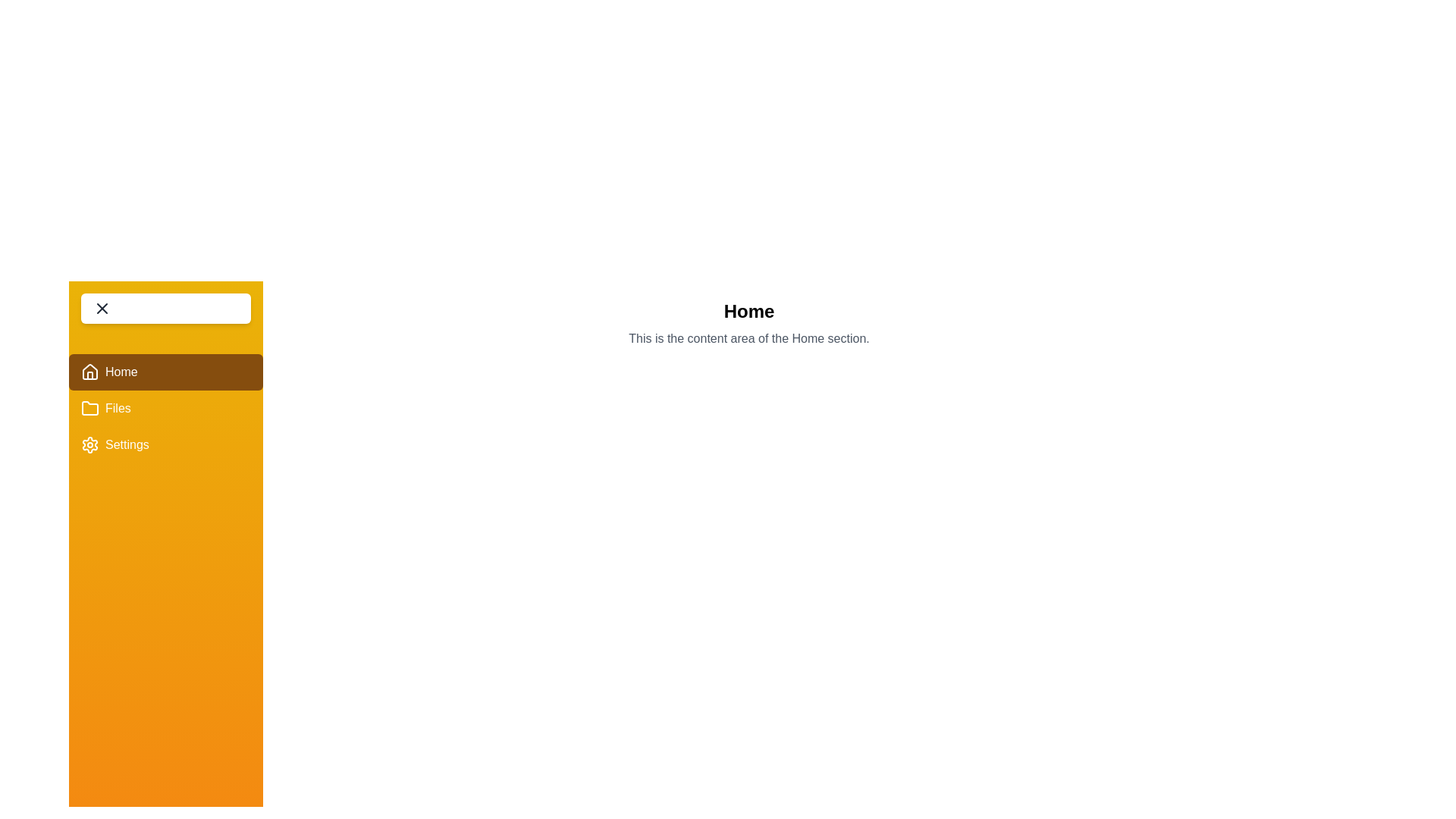 The width and height of the screenshot is (1456, 819). I want to click on the Home tab in the navigation menu, so click(166, 372).